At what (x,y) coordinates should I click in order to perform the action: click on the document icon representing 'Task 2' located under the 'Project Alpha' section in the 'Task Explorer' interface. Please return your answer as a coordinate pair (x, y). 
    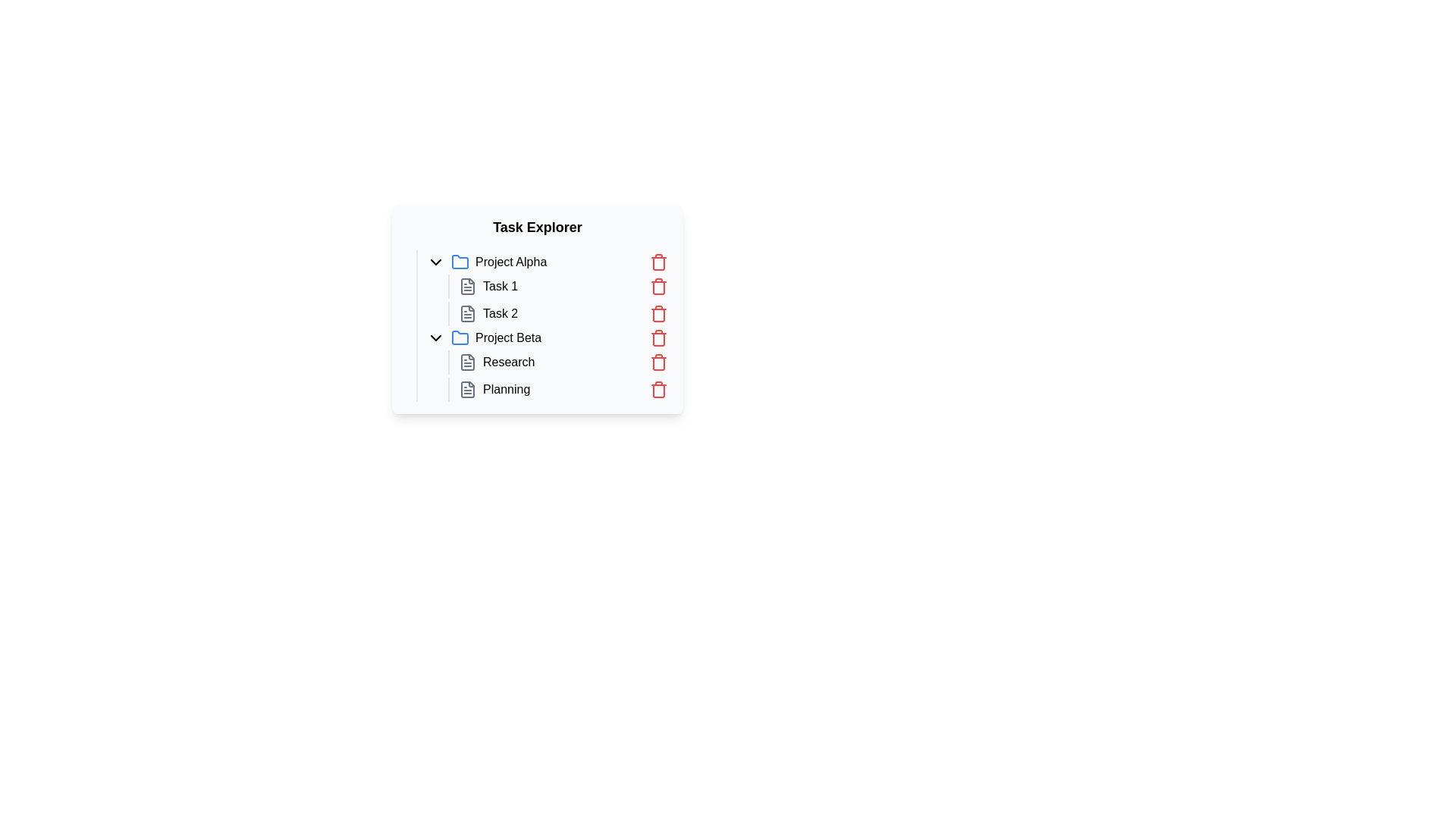
    Looking at the image, I should click on (467, 312).